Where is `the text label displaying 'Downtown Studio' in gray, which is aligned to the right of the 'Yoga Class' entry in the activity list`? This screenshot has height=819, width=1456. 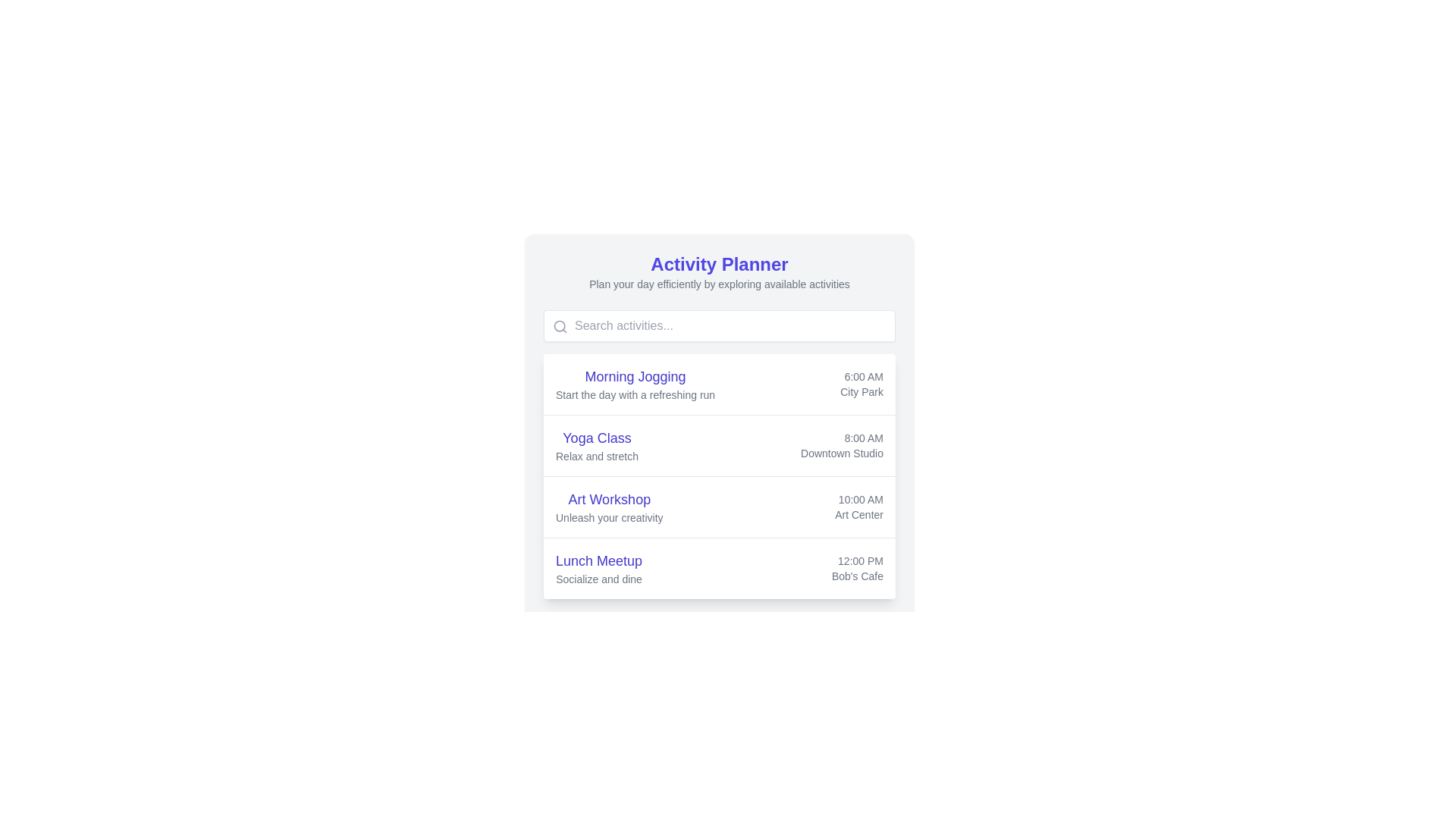
the text label displaying 'Downtown Studio' in gray, which is aligned to the right of the 'Yoga Class' entry in the activity list is located at coordinates (841, 452).